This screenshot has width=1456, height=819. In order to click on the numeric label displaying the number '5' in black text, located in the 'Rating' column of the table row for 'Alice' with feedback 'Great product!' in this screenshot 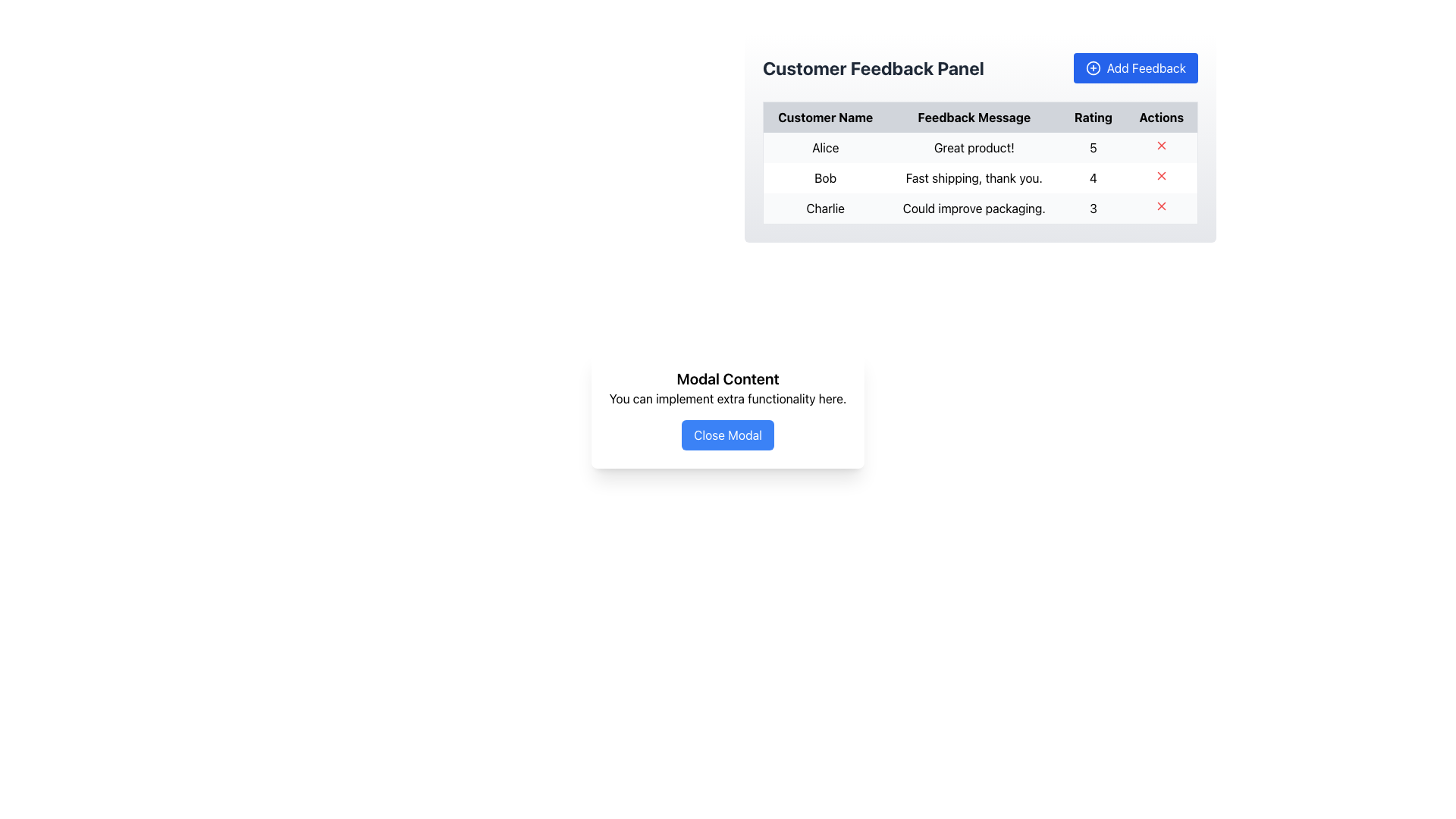, I will do `click(1093, 148)`.